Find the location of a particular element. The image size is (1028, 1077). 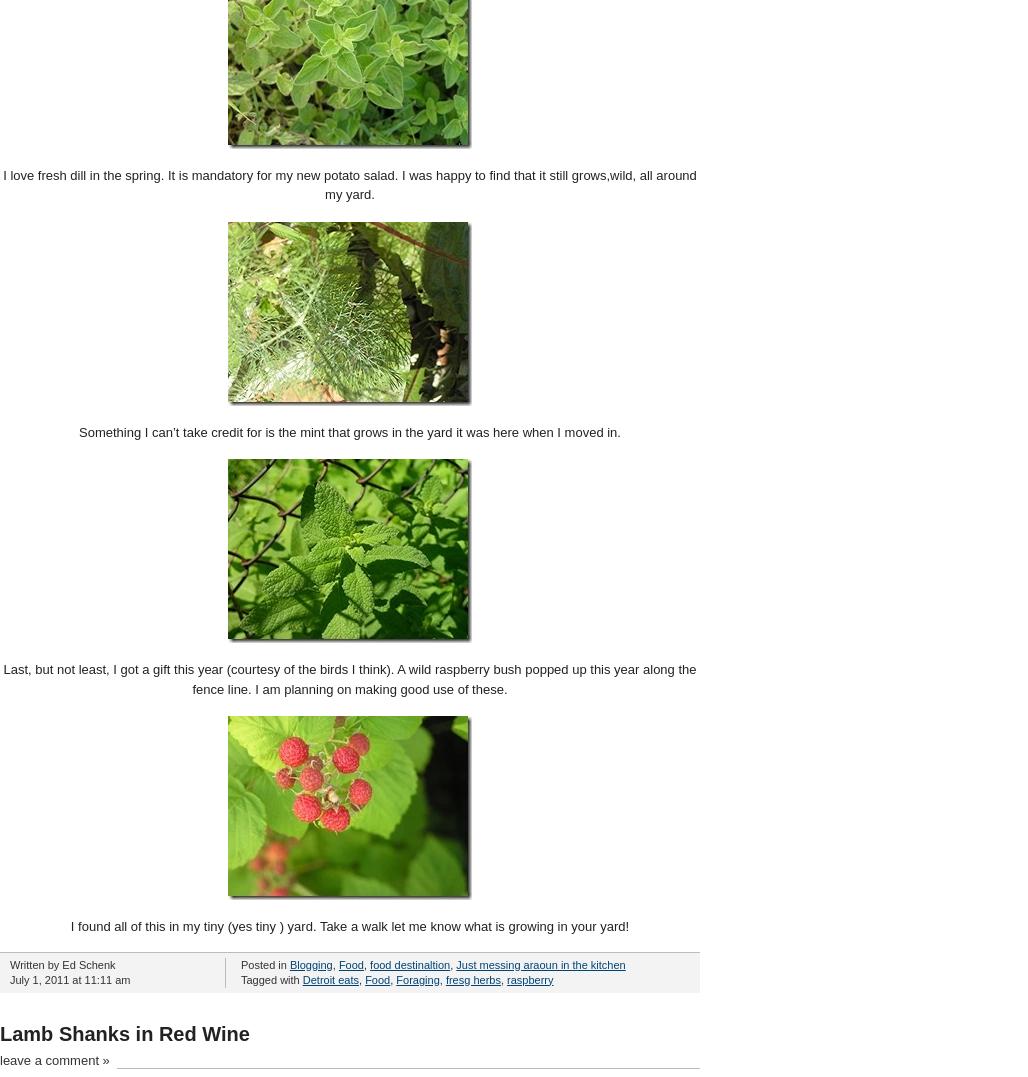

'I found all of this in my tiny (yes tiny ) yard. Take a walk let me know what is growing in your yard!' is located at coordinates (348, 925).